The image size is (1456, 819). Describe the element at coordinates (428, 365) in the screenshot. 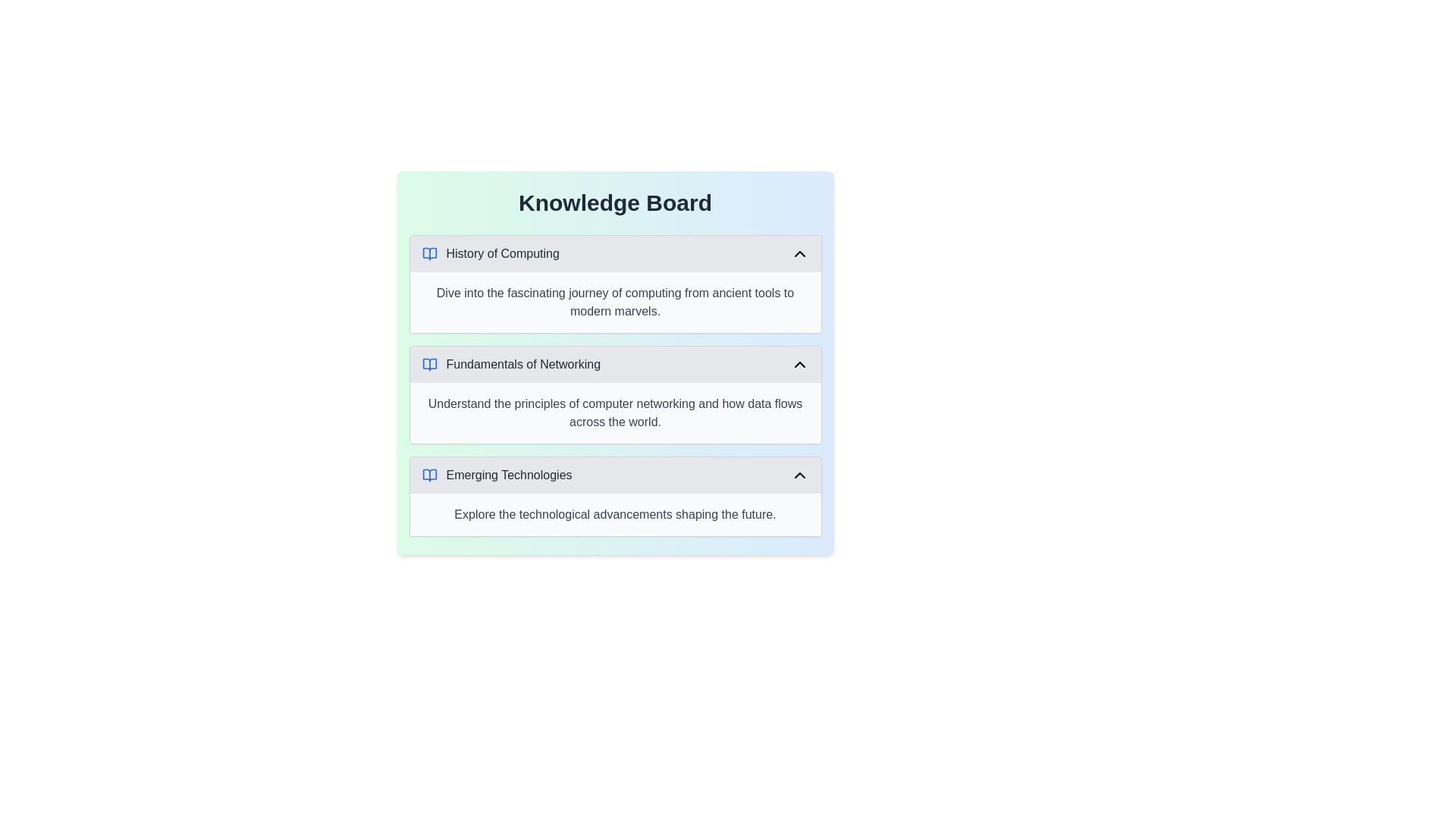

I see `the open book icon, which is the first icon on the left in the 'Fundamentals of Networking' row` at that location.